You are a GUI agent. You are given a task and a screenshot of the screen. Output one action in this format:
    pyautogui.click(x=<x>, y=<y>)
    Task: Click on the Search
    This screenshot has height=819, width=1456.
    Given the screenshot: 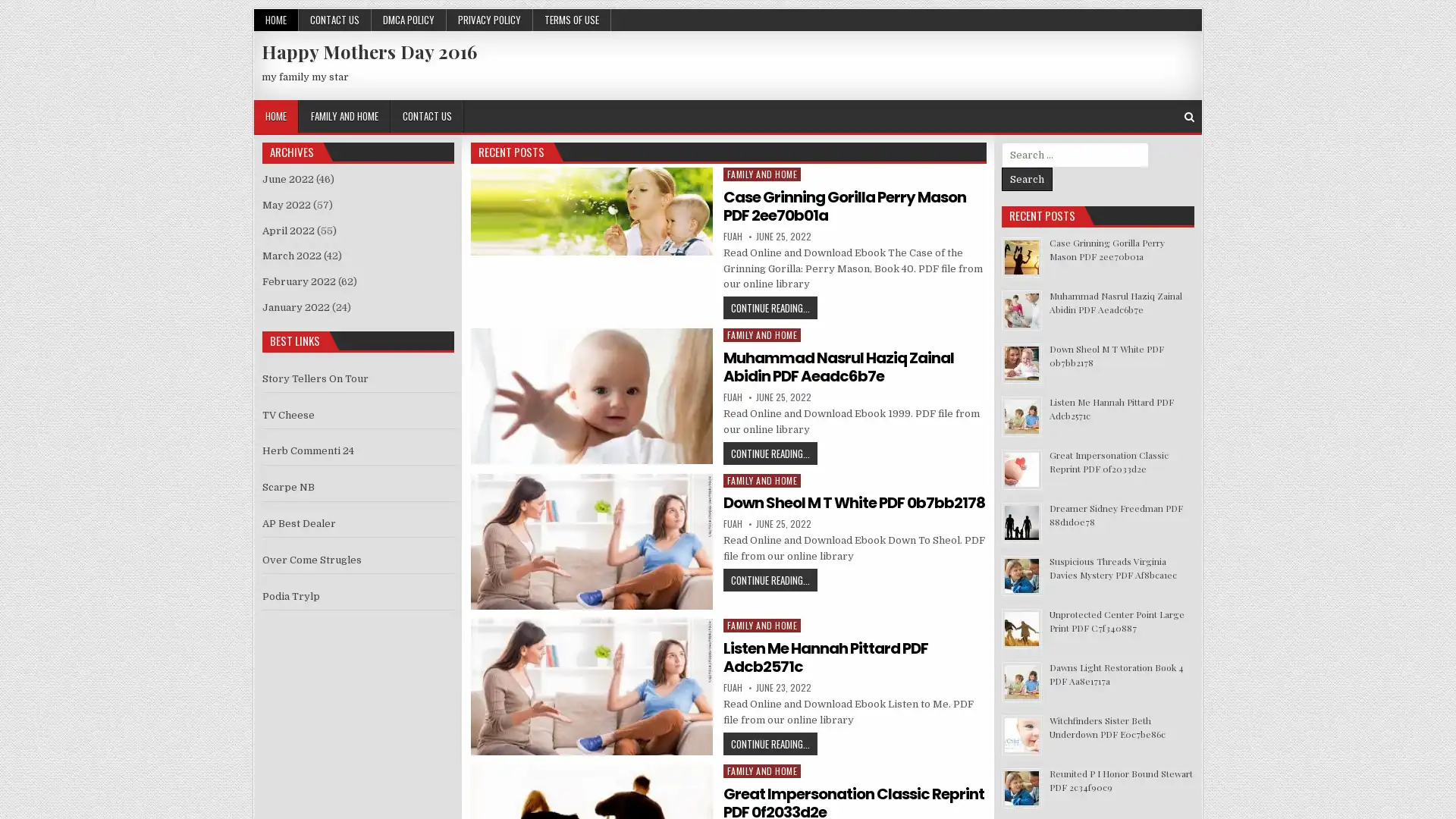 What is the action you would take?
    pyautogui.click(x=1027, y=178)
    